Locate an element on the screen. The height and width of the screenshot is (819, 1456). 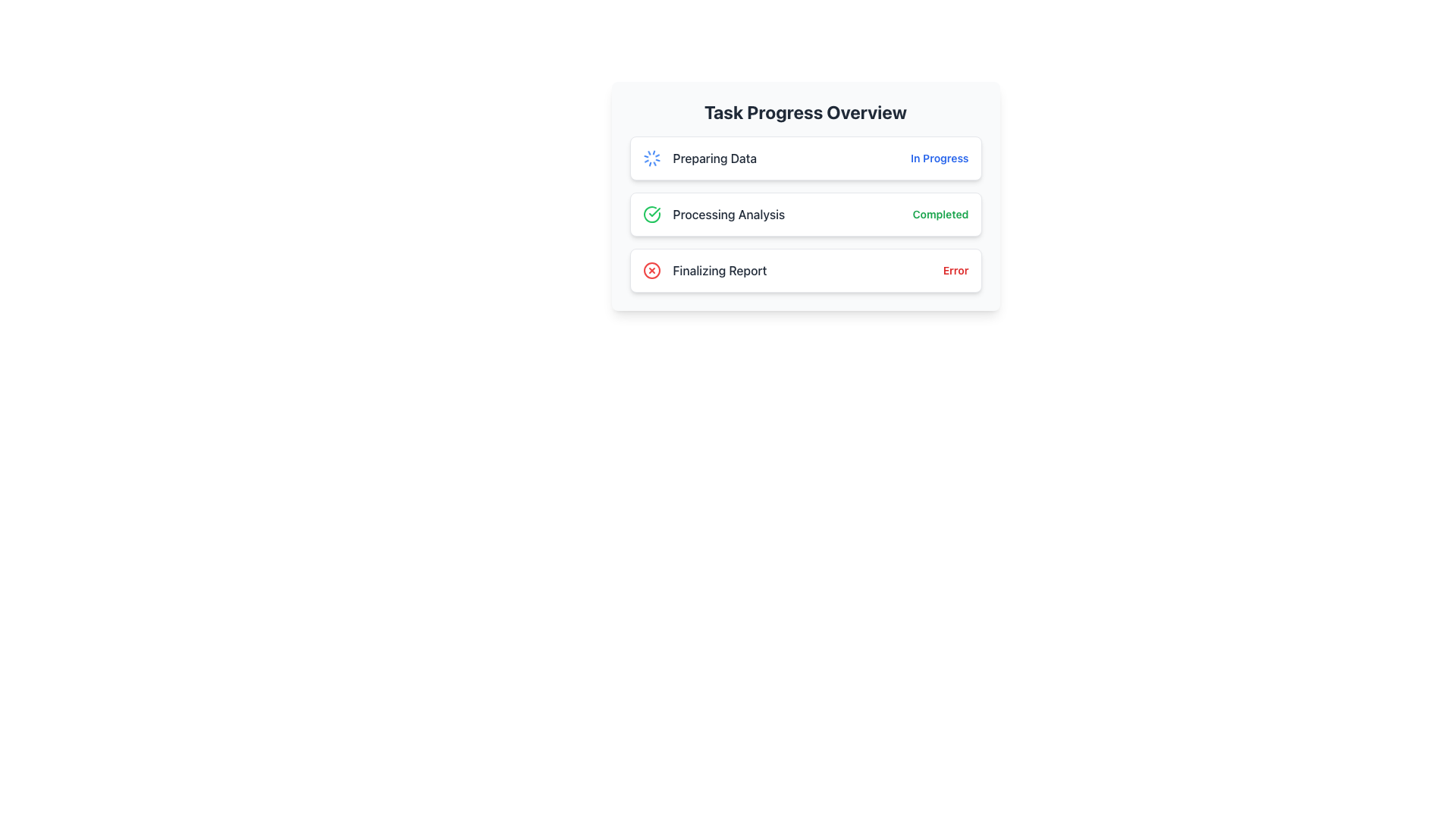
the Spinner that visually indicates a loading action for 'Preparing Data' in the Task Progress Overview is located at coordinates (651, 158).